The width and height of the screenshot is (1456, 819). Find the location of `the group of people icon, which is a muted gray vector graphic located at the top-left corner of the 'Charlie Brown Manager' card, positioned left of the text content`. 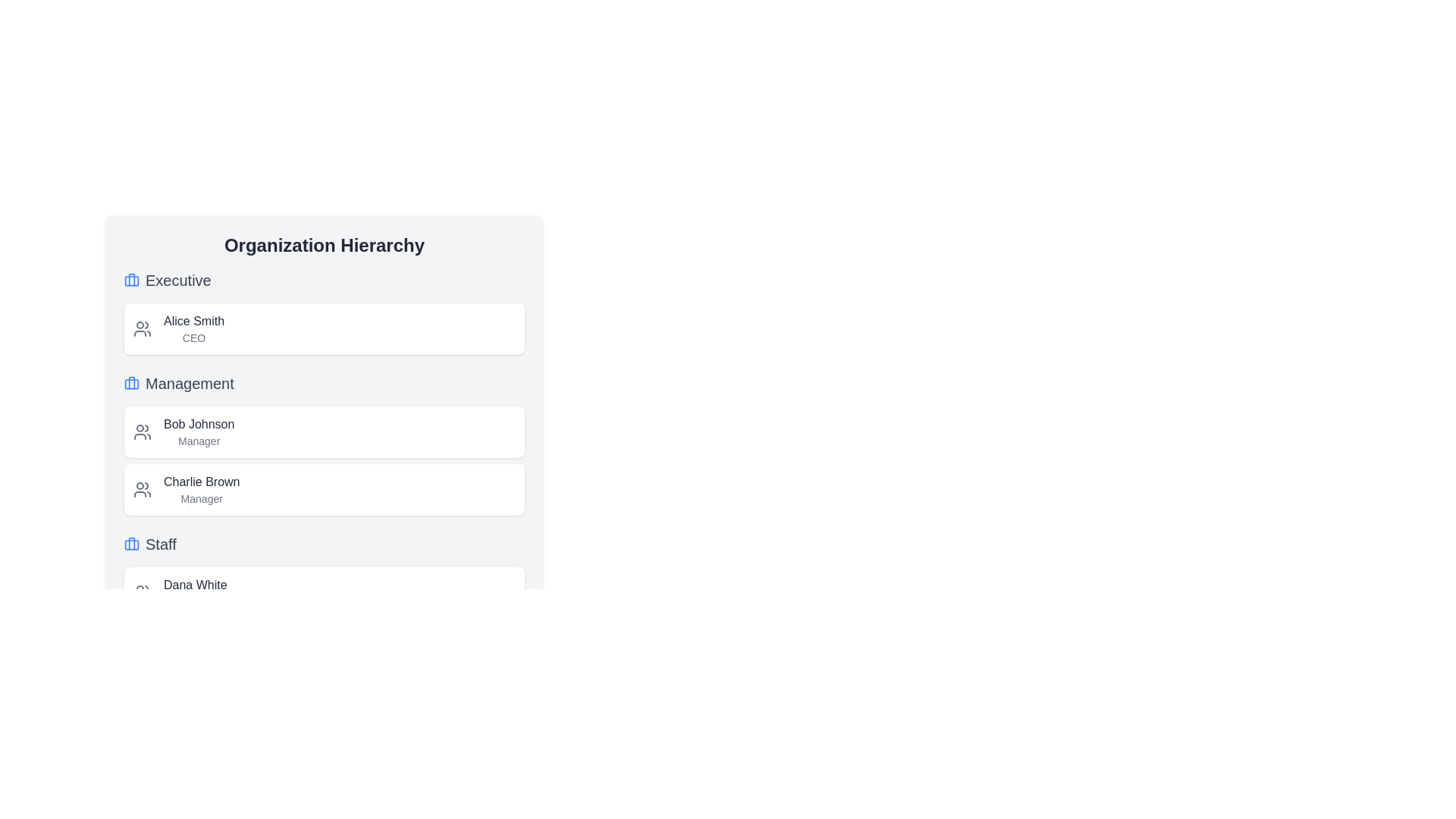

the group of people icon, which is a muted gray vector graphic located at the top-left corner of the 'Charlie Brown Manager' card, positioned left of the text content is located at coordinates (142, 489).